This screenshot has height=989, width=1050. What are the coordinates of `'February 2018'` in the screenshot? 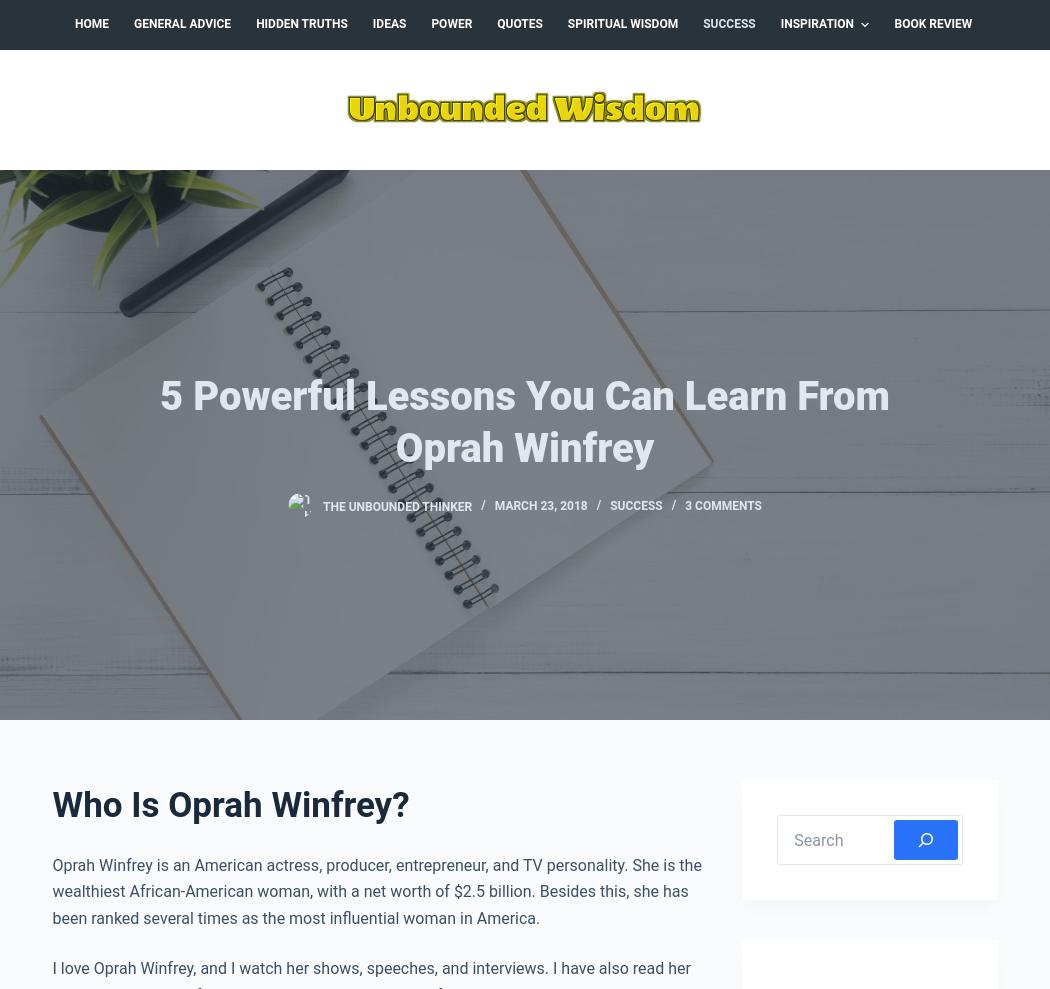 It's located at (828, 12).